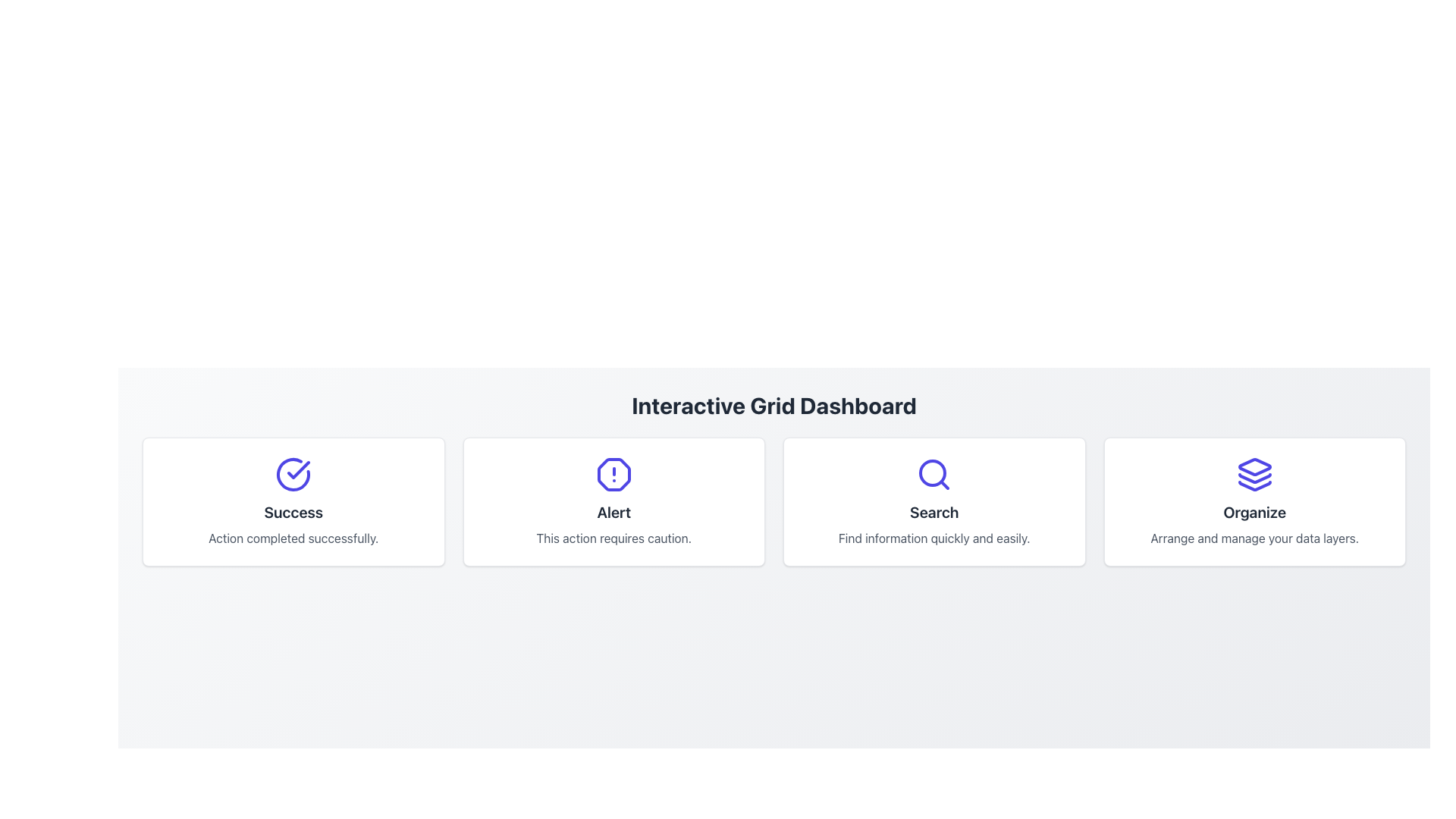 The height and width of the screenshot is (819, 1456). I want to click on the blue octagonal icon with an exclamation mark in the 'Alert' card, which is the second card from the left in the 'Interactive Grid Dashboard', so click(613, 473).